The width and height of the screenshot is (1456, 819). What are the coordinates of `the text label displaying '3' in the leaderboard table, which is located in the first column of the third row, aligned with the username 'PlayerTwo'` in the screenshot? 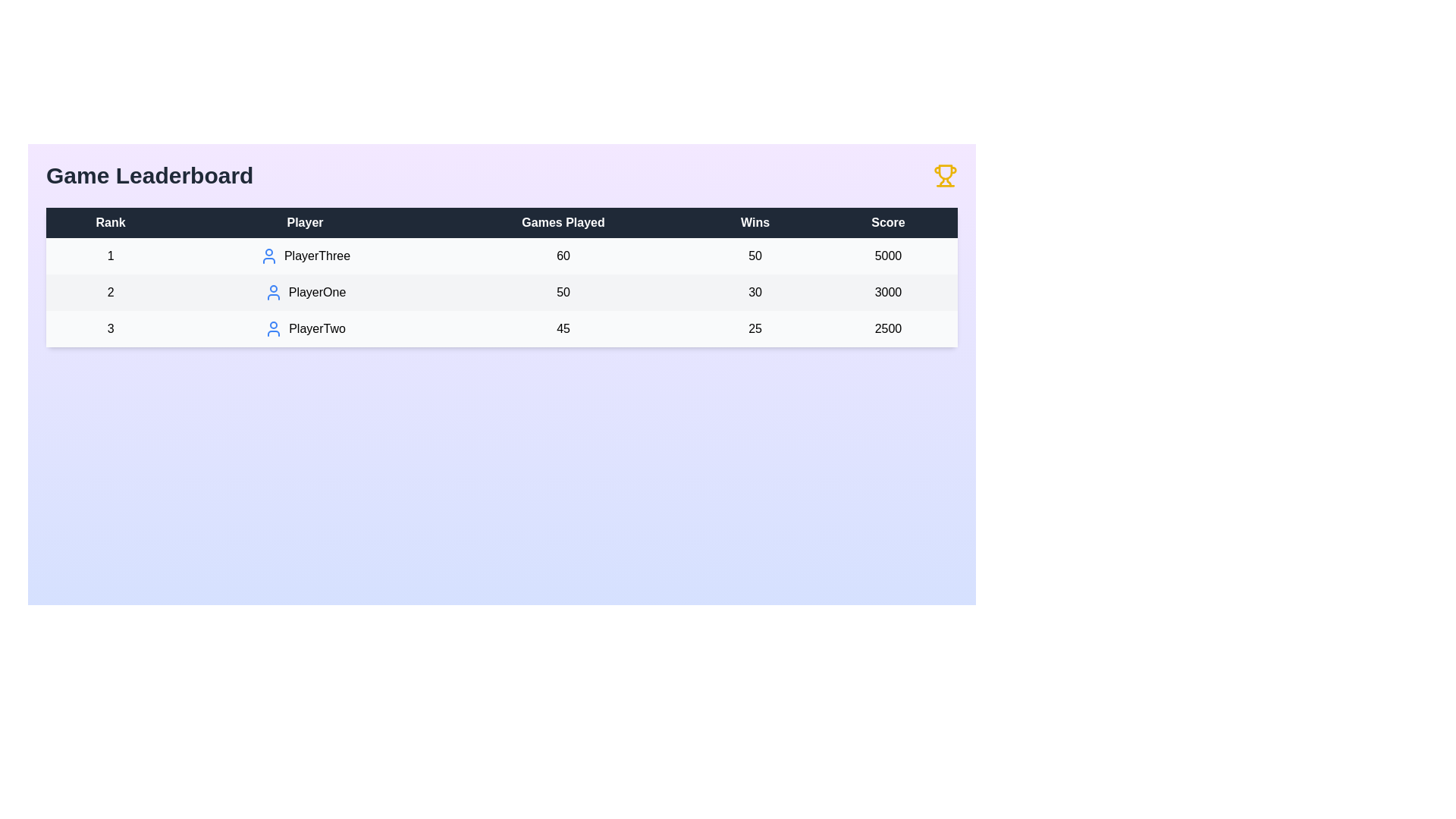 It's located at (110, 328).